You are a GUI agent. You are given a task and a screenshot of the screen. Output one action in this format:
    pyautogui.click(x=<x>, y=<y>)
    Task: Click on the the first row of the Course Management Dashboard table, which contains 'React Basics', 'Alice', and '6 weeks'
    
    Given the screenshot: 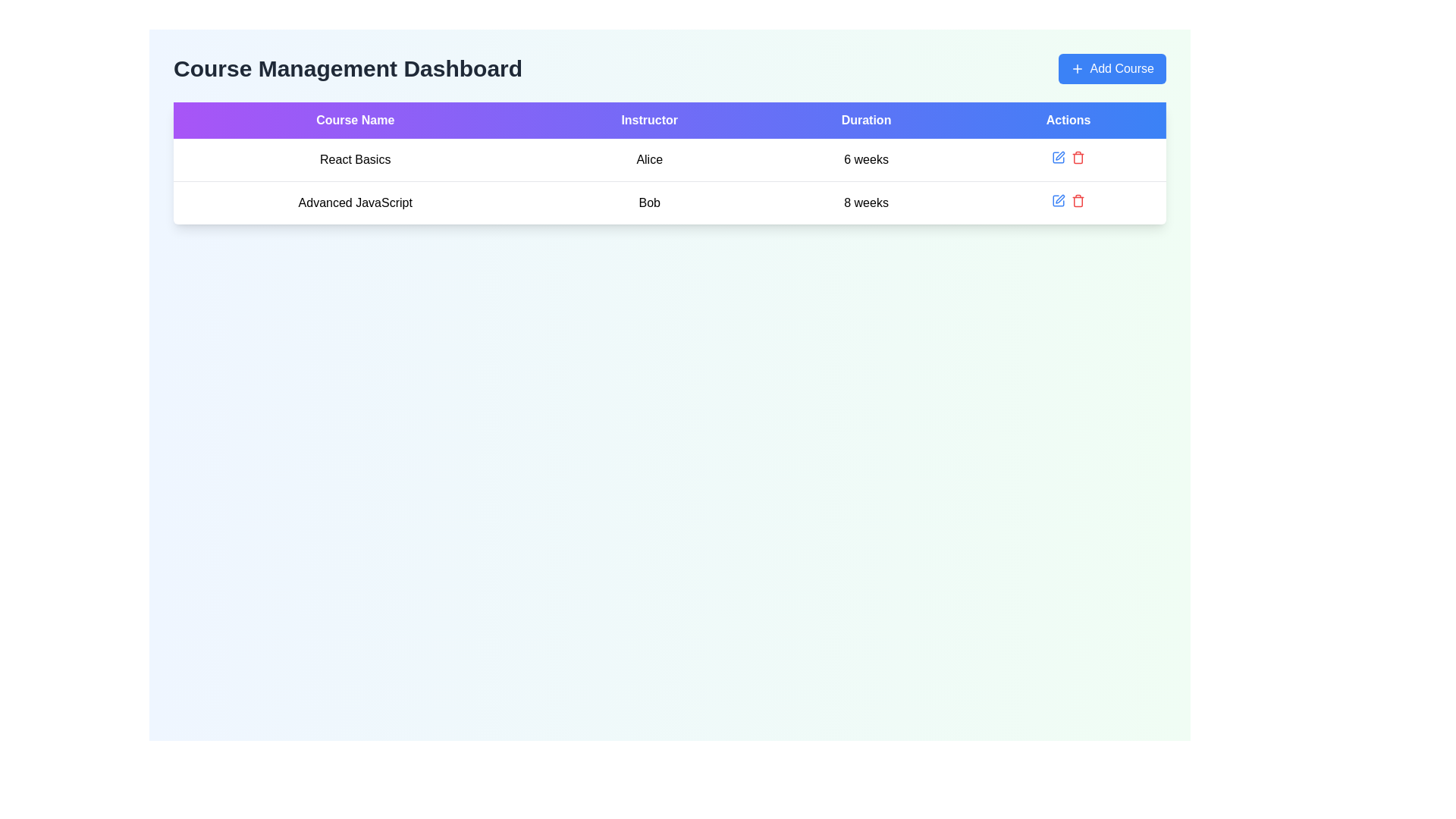 What is the action you would take?
    pyautogui.click(x=669, y=160)
    